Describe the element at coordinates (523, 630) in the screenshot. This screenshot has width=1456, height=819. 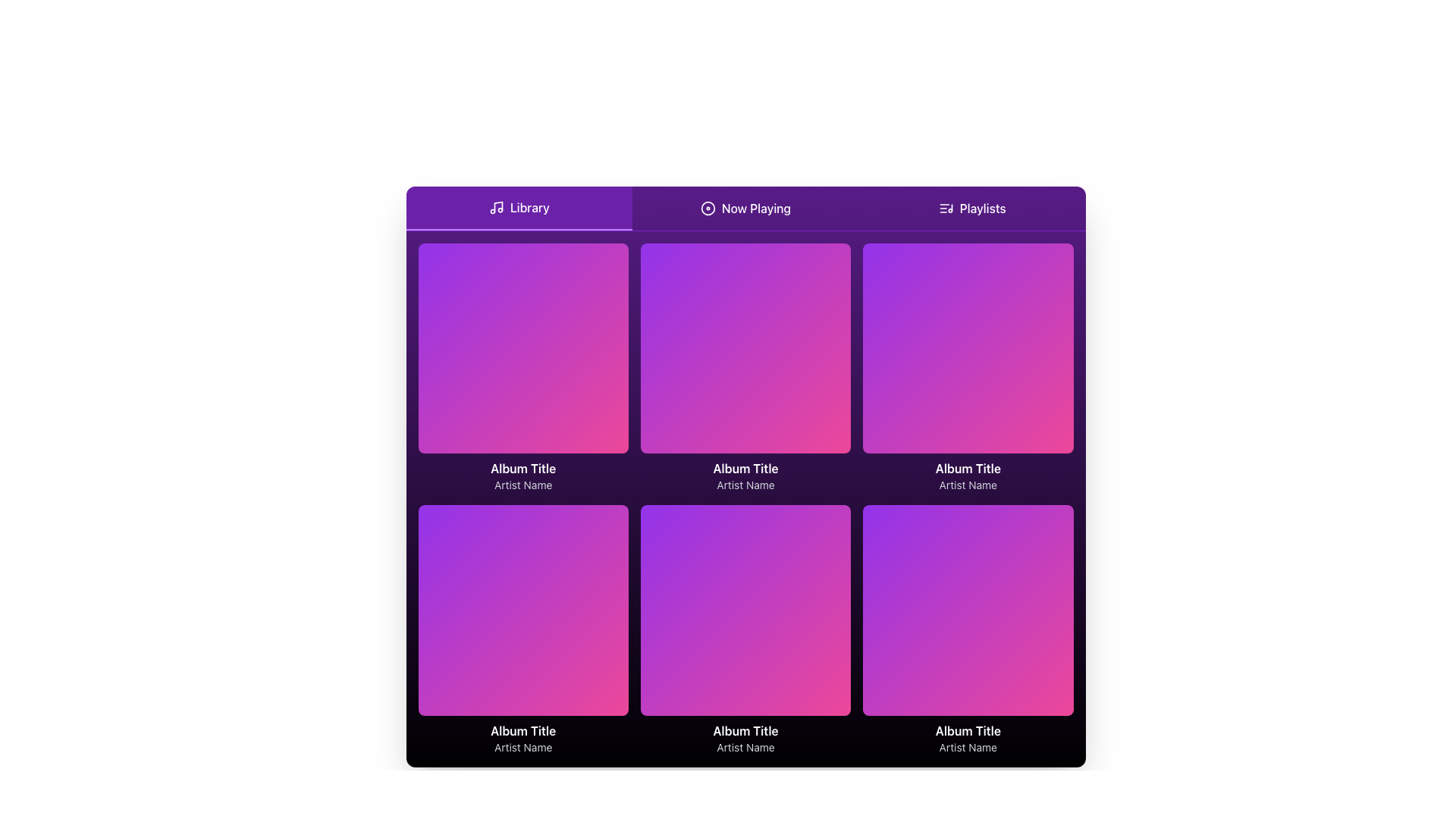
I see `the album card` at that location.